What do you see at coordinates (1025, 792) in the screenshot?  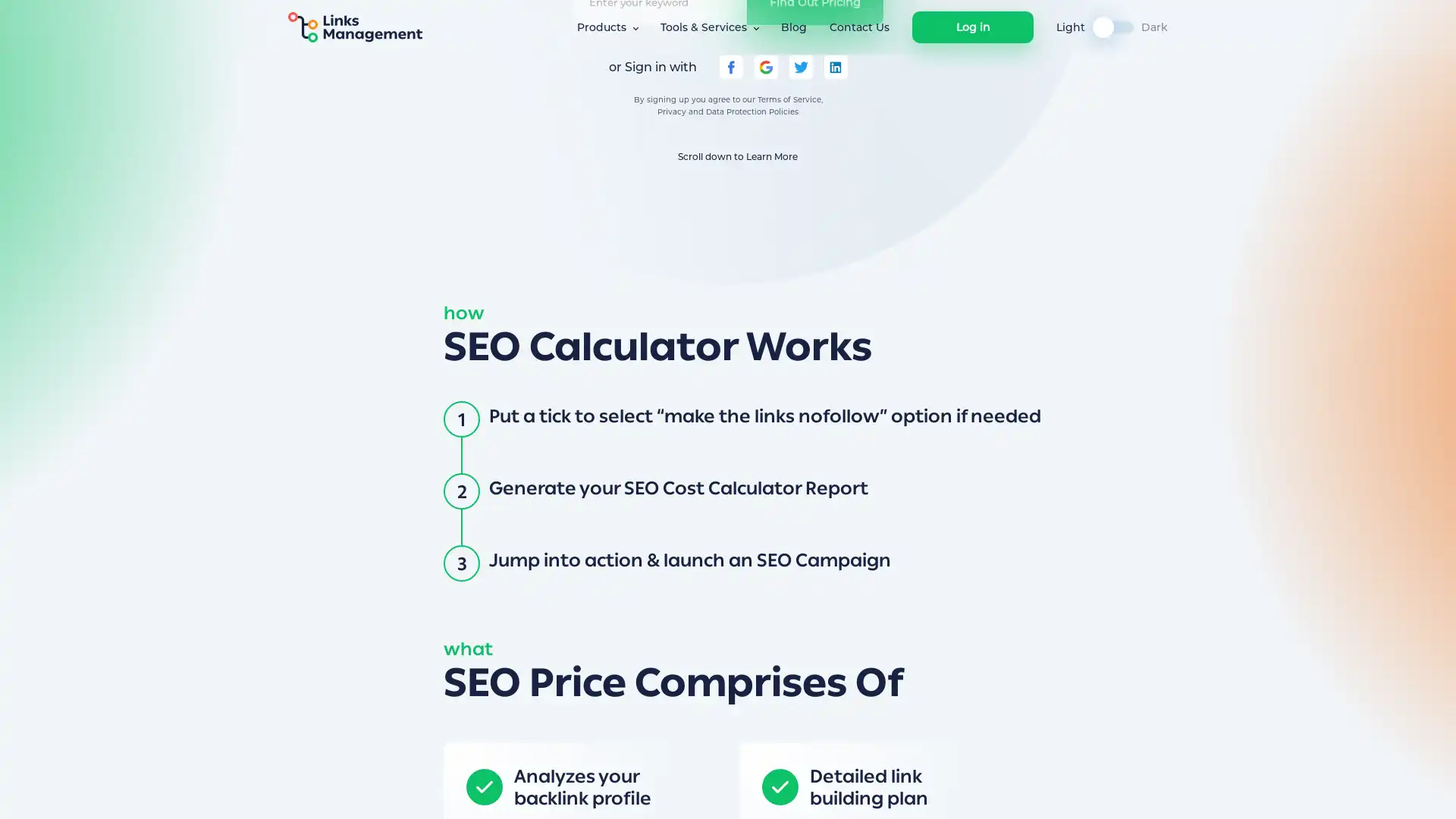 I see `Got It!` at bounding box center [1025, 792].